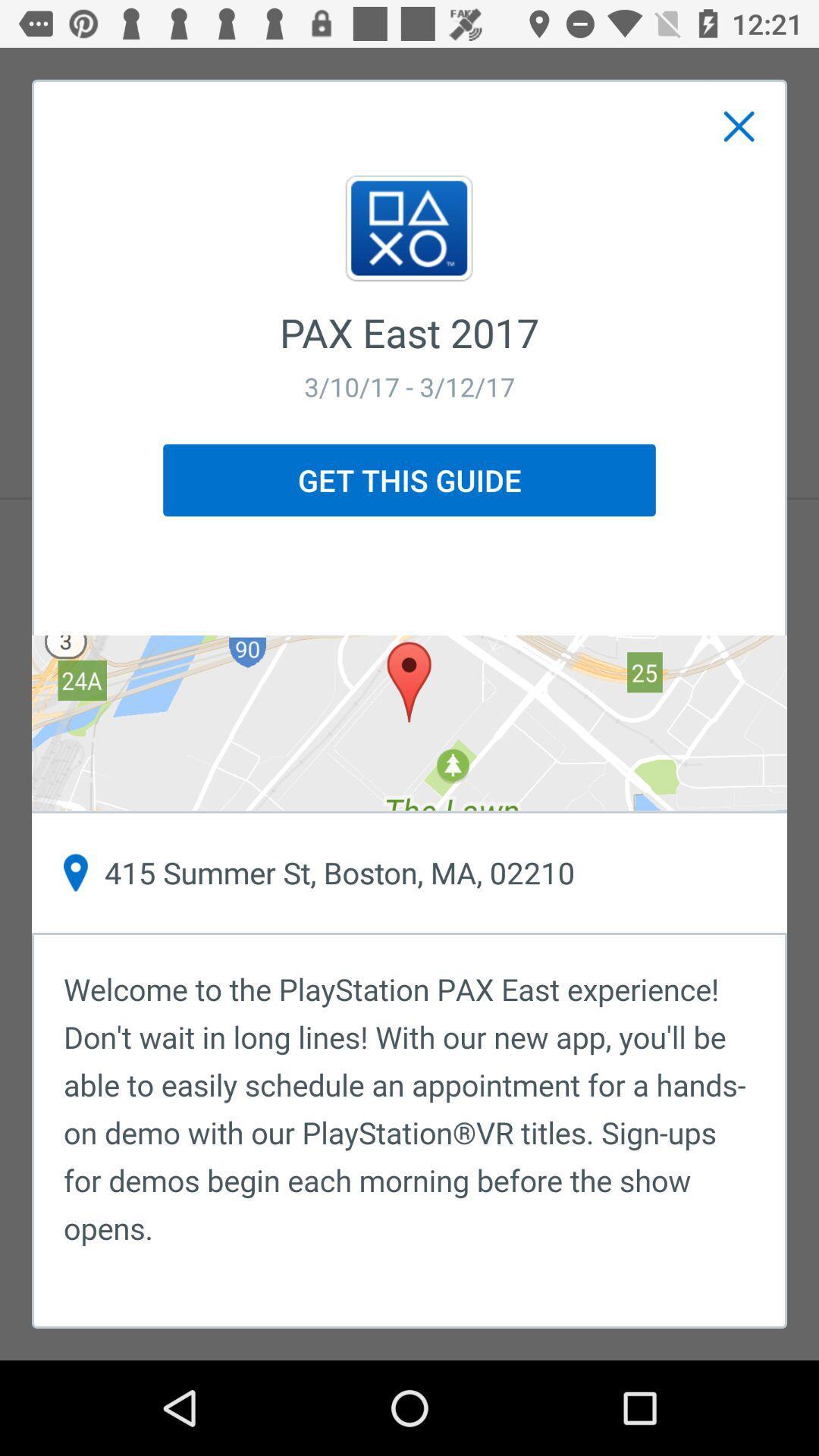  What do you see at coordinates (739, 127) in the screenshot?
I see `item above pax east 2017` at bounding box center [739, 127].